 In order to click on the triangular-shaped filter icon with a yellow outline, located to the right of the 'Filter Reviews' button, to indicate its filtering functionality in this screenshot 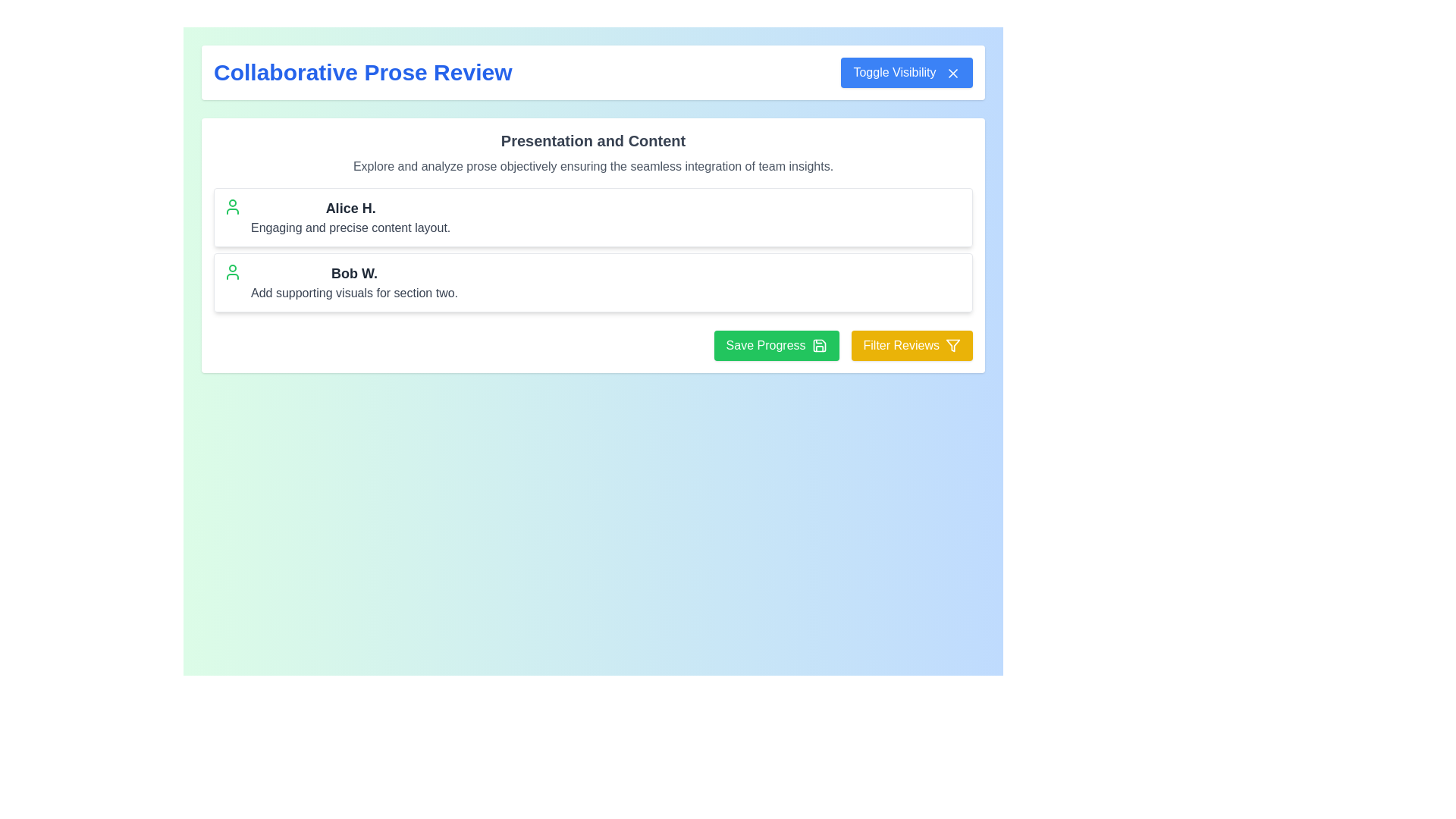, I will do `click(952, 345)`.